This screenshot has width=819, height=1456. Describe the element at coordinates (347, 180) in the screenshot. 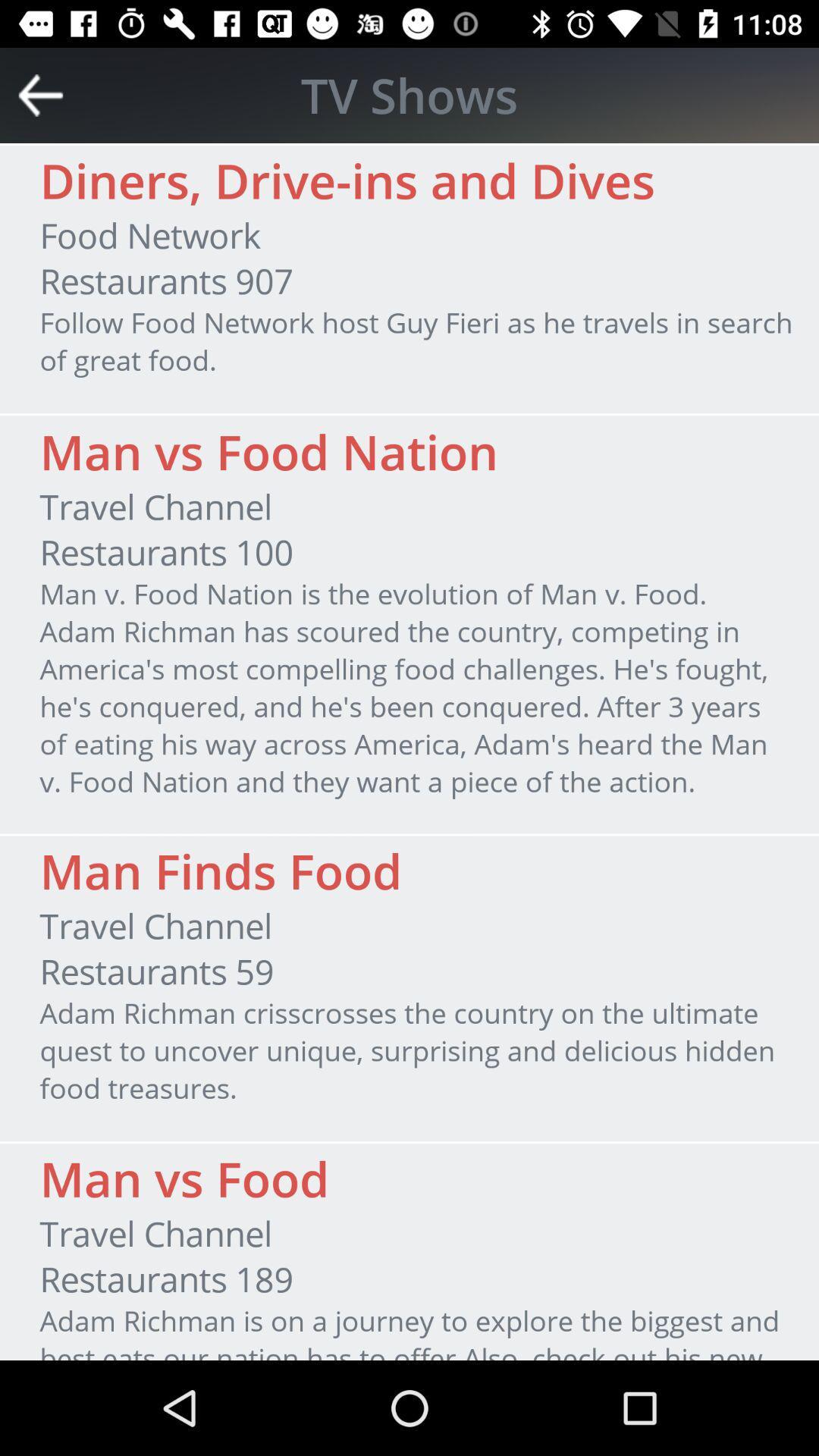

I see `the diners drive ins` at that location.